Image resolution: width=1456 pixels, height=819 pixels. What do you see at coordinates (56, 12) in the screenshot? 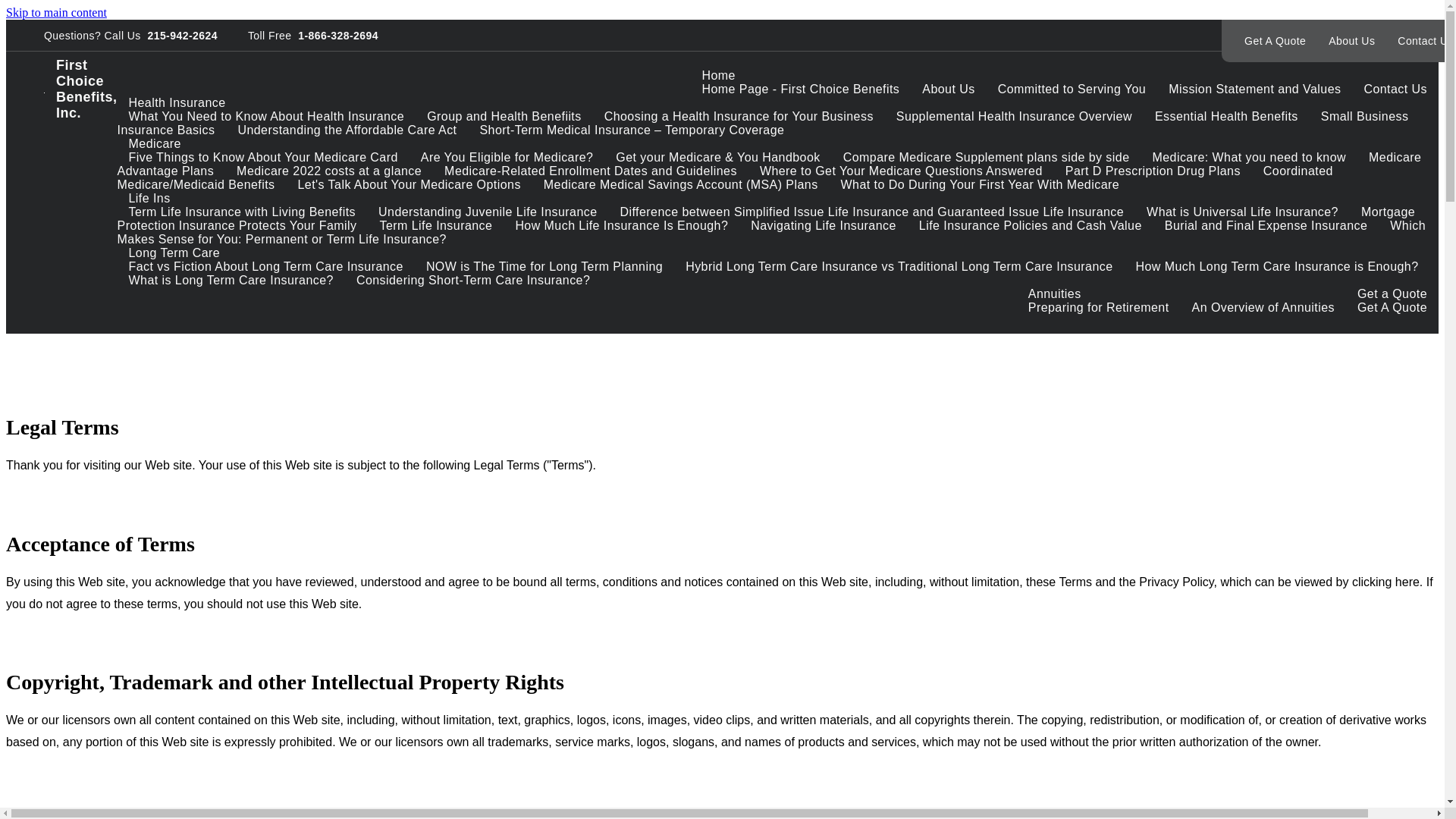
I see `'Skip to main content'` at bounding box center [56, 12].